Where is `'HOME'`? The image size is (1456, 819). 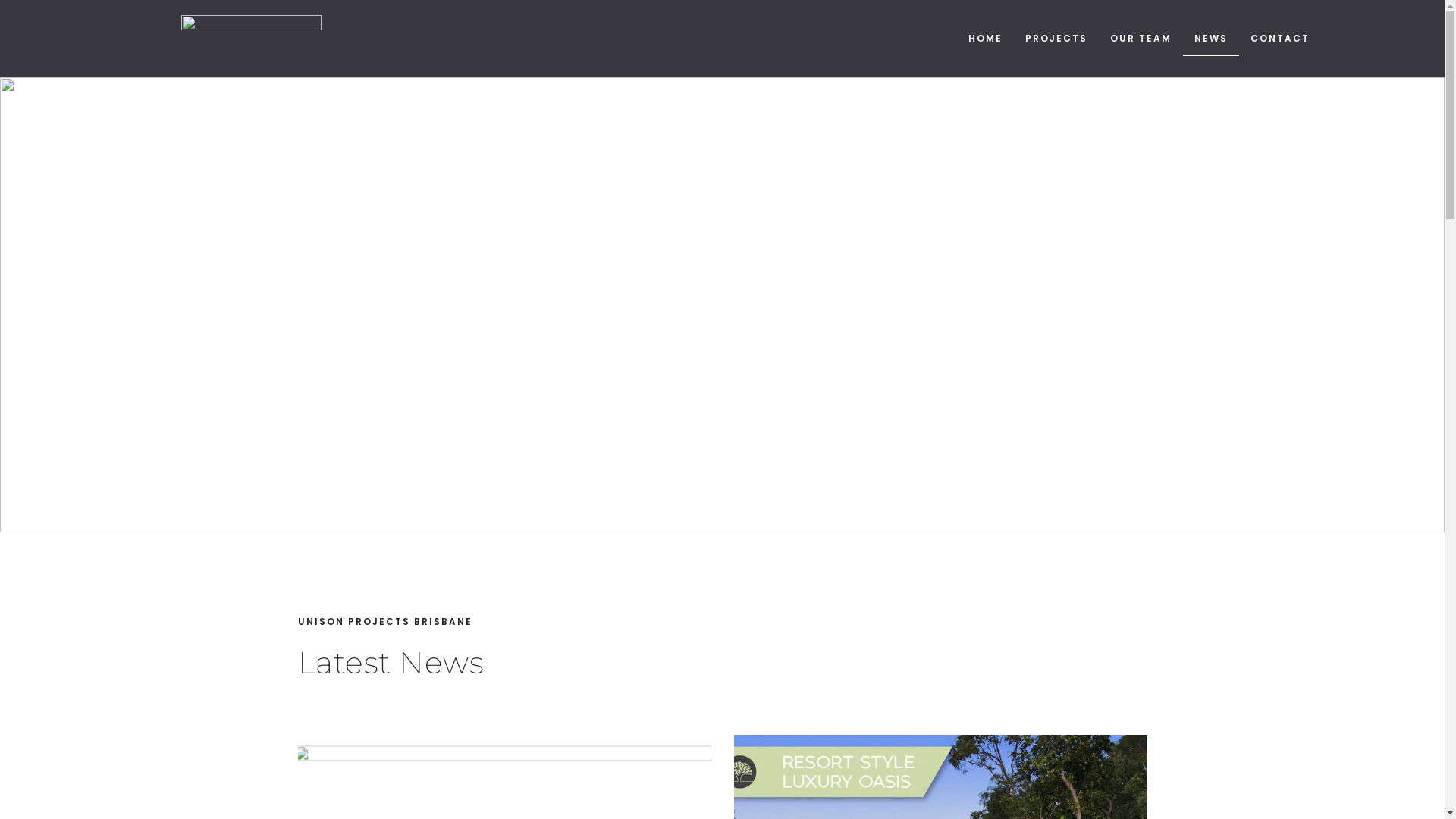
'HOME' is located at coordinates (985, 37).